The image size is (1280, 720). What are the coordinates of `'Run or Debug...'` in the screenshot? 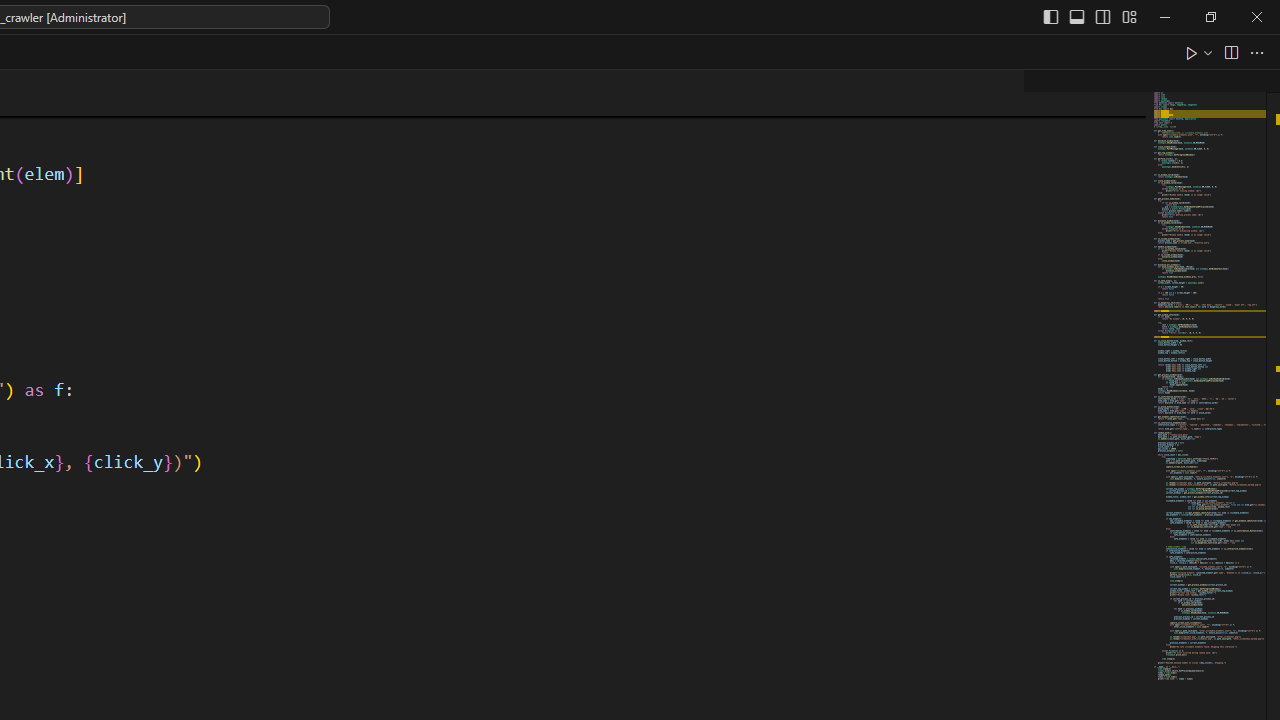 It's located at (1207, 51).